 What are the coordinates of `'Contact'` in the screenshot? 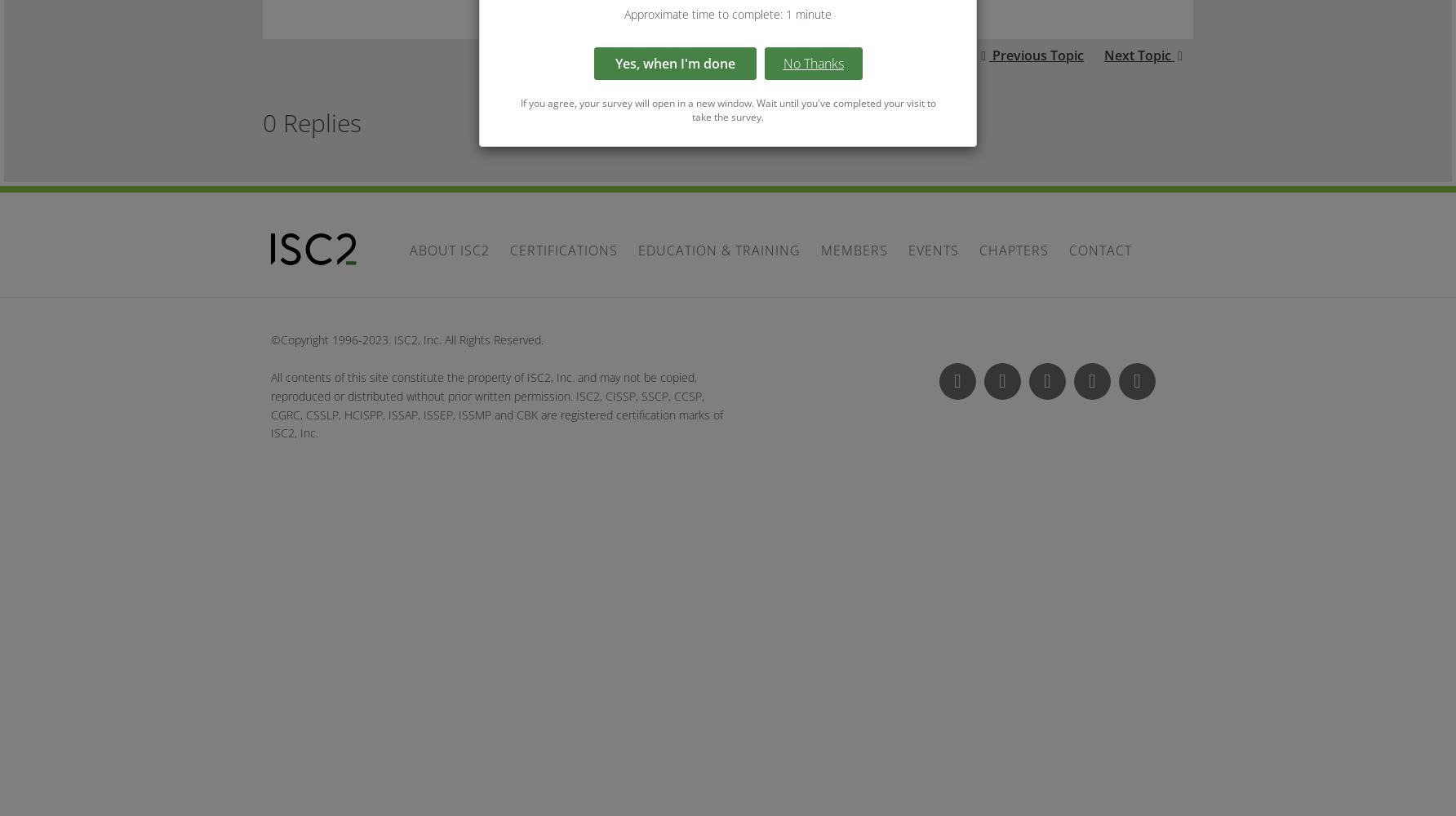 It's located at (1100, 251).